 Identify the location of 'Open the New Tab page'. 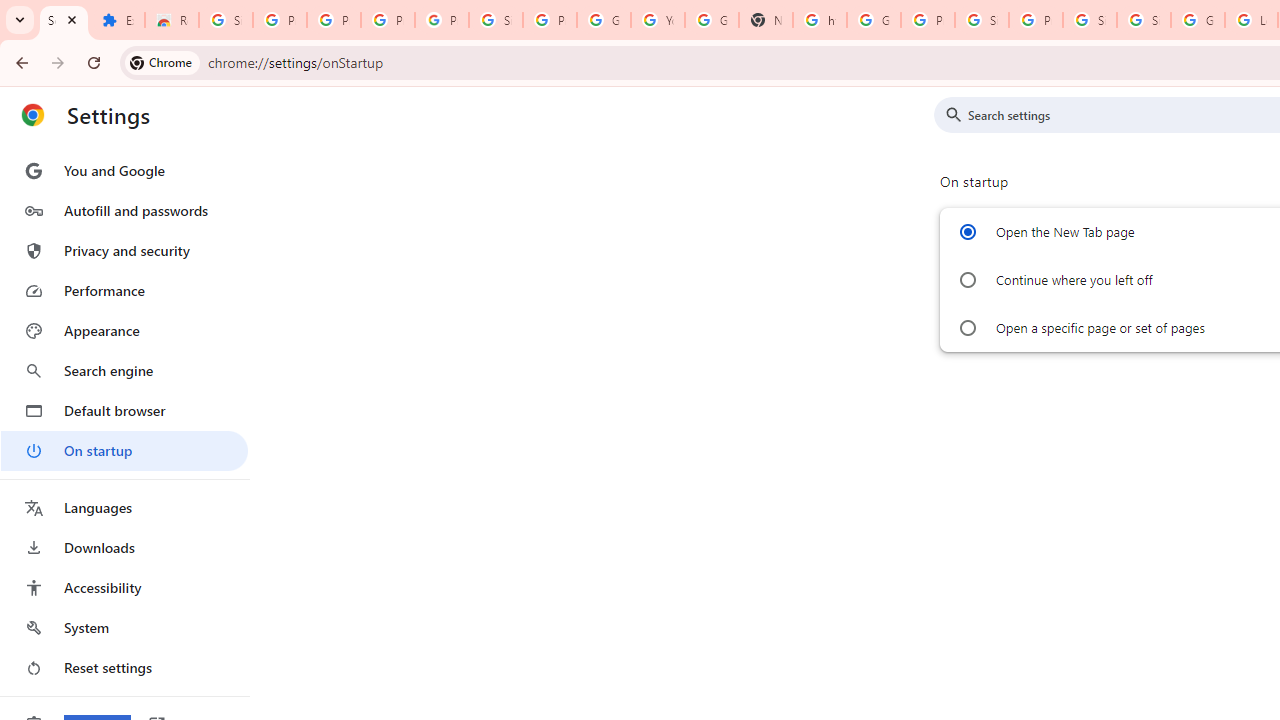
(967, 231).